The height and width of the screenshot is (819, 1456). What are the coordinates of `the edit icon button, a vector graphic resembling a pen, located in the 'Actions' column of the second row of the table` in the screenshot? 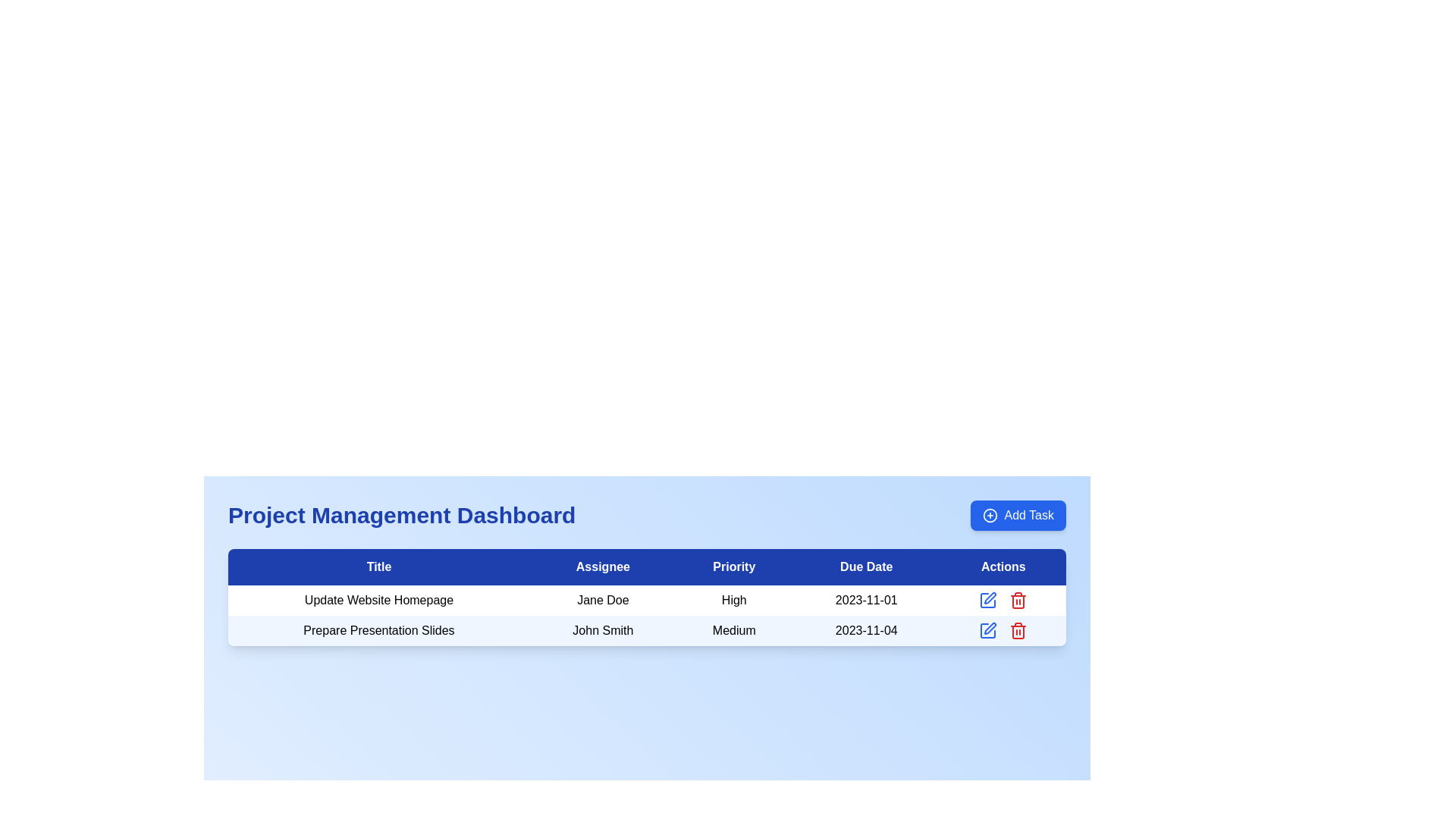 It's located at (990, 629).